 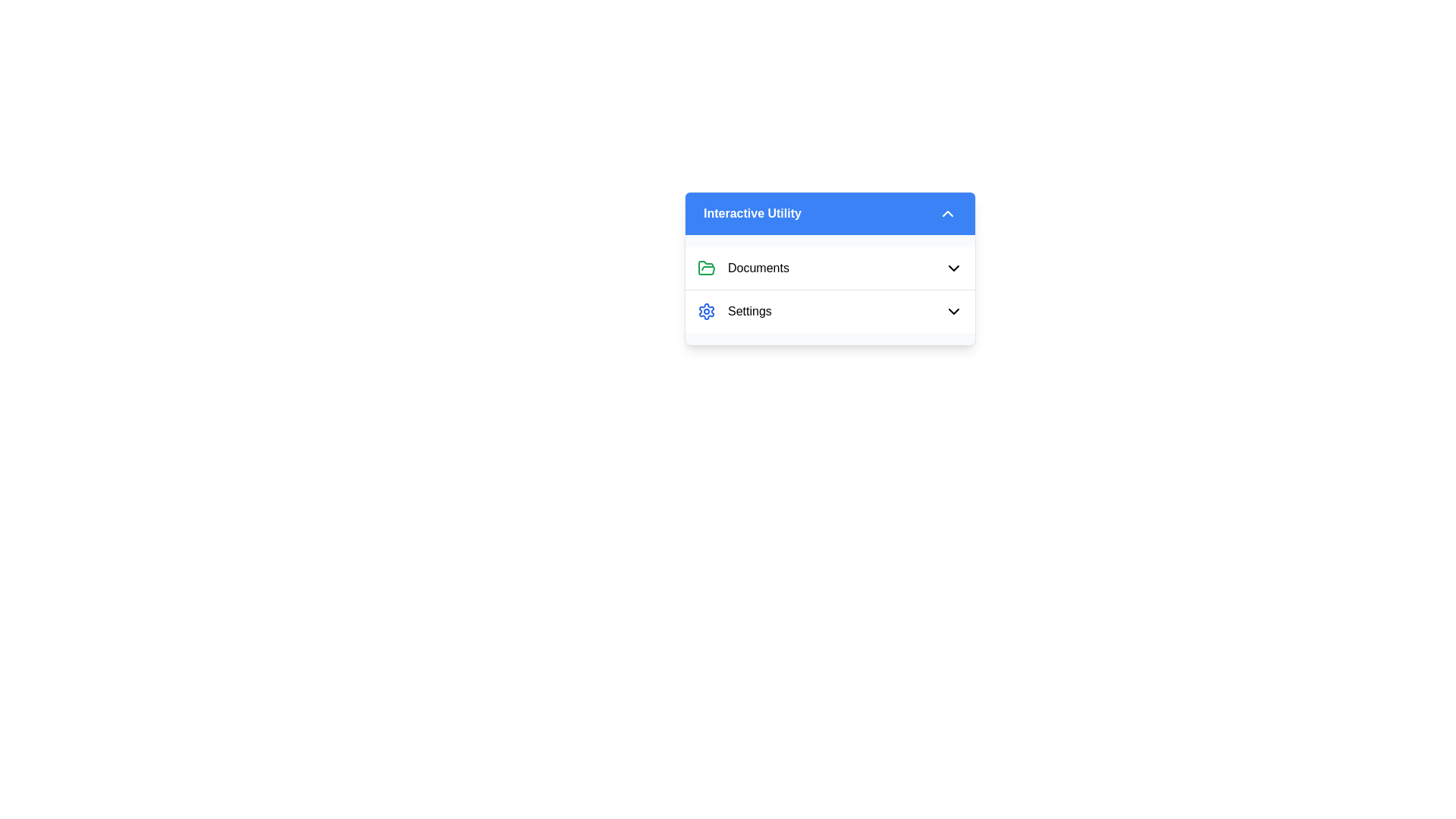 I want to click on text label representing the 'Documents' section located to the right of the green folder icon in the 'Interactive Utility' panel, so click(x=758, y=268).